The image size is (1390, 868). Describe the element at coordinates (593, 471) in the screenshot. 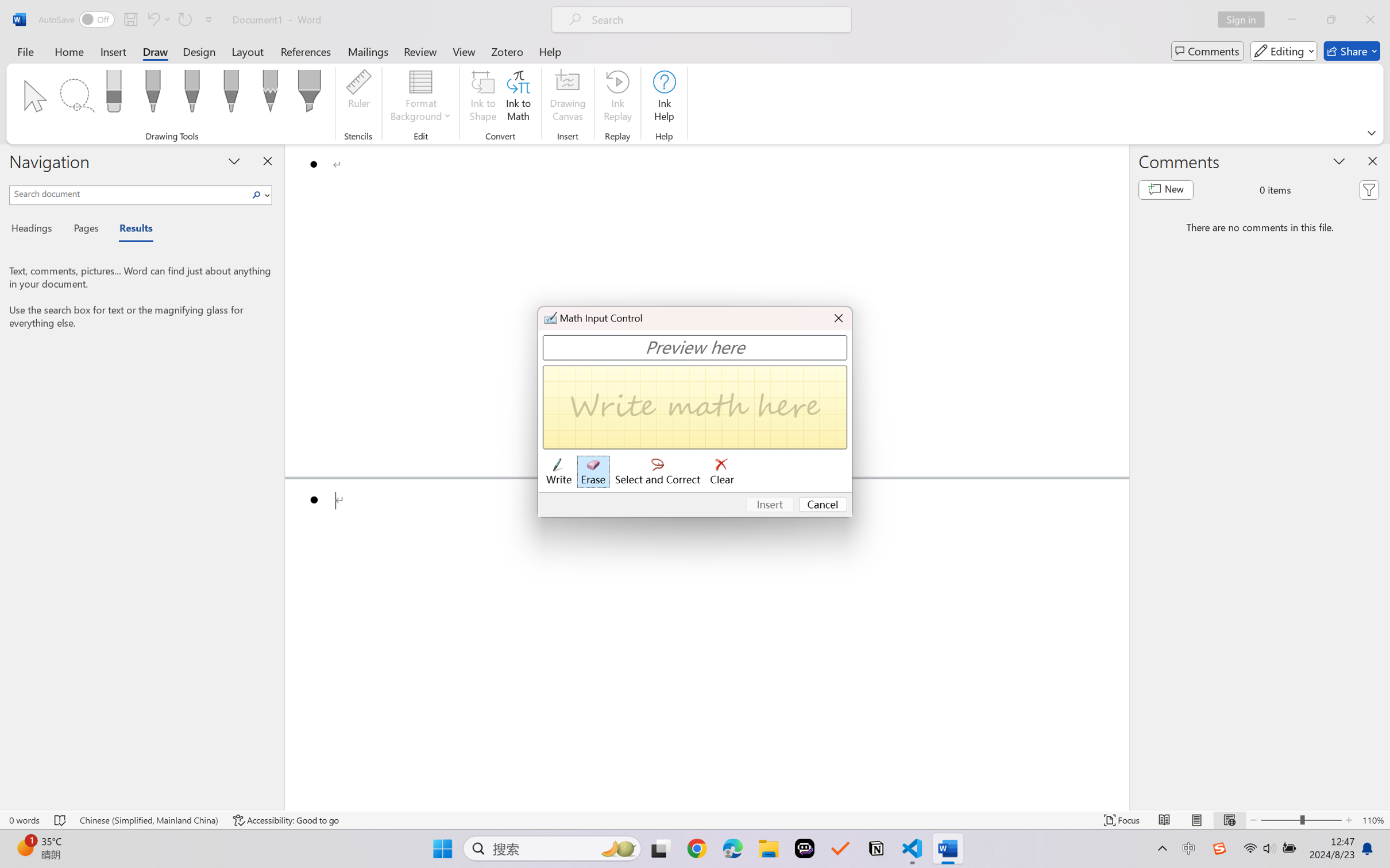

I see `'Erase'` at that location.